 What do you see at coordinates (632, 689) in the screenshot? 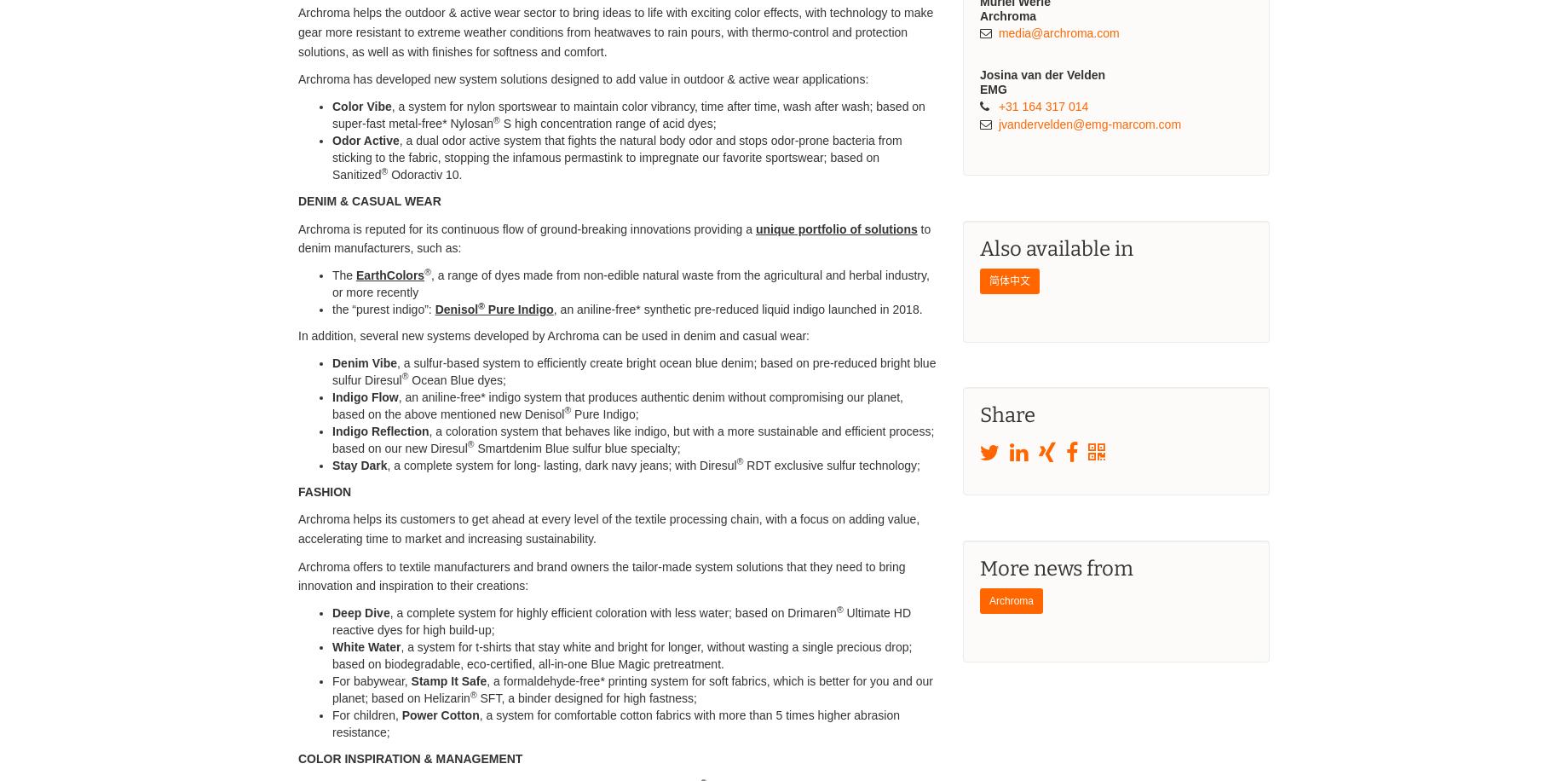
I see `', a formaldehyde-free* printing system for soft fabrics, which is better for you and our planet; based on Helizarin'` at bounding box center [632, 689].